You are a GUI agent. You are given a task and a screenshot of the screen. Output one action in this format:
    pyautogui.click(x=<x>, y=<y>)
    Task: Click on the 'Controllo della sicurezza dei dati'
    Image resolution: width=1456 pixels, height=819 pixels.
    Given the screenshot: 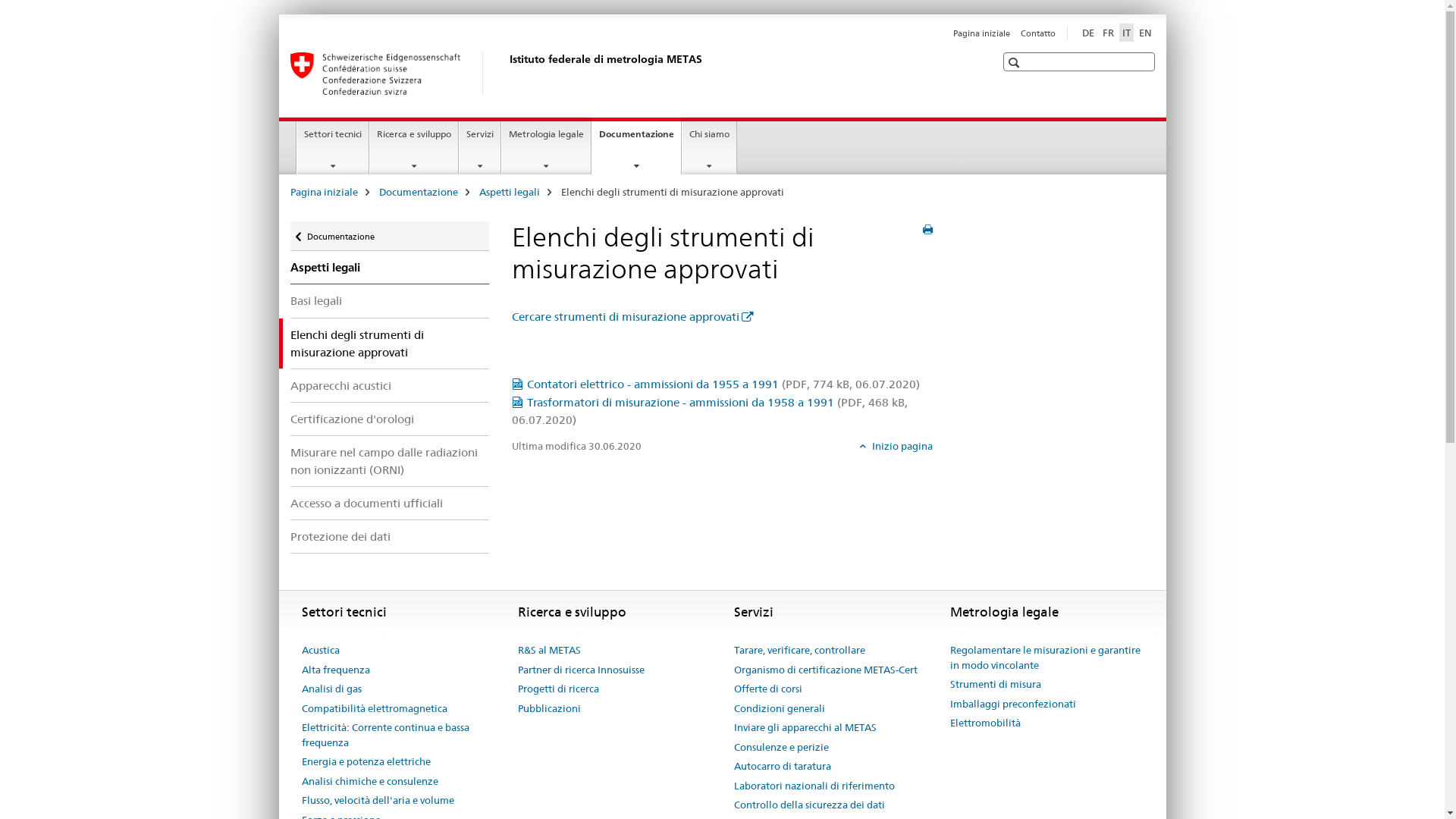 What is the action you would take?
    pyautogui.click(x=808, y=804)
    